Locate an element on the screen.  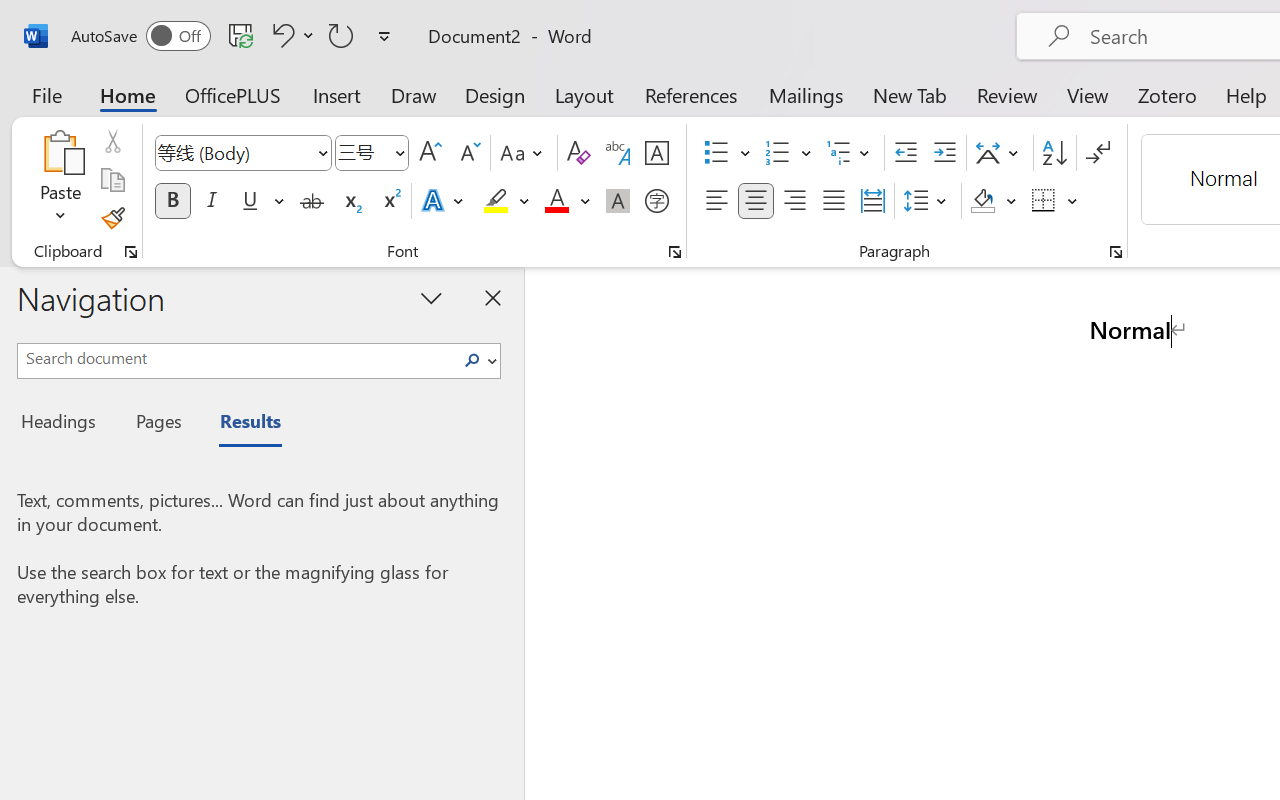
'Shading' is located at coordinates (993, 201).